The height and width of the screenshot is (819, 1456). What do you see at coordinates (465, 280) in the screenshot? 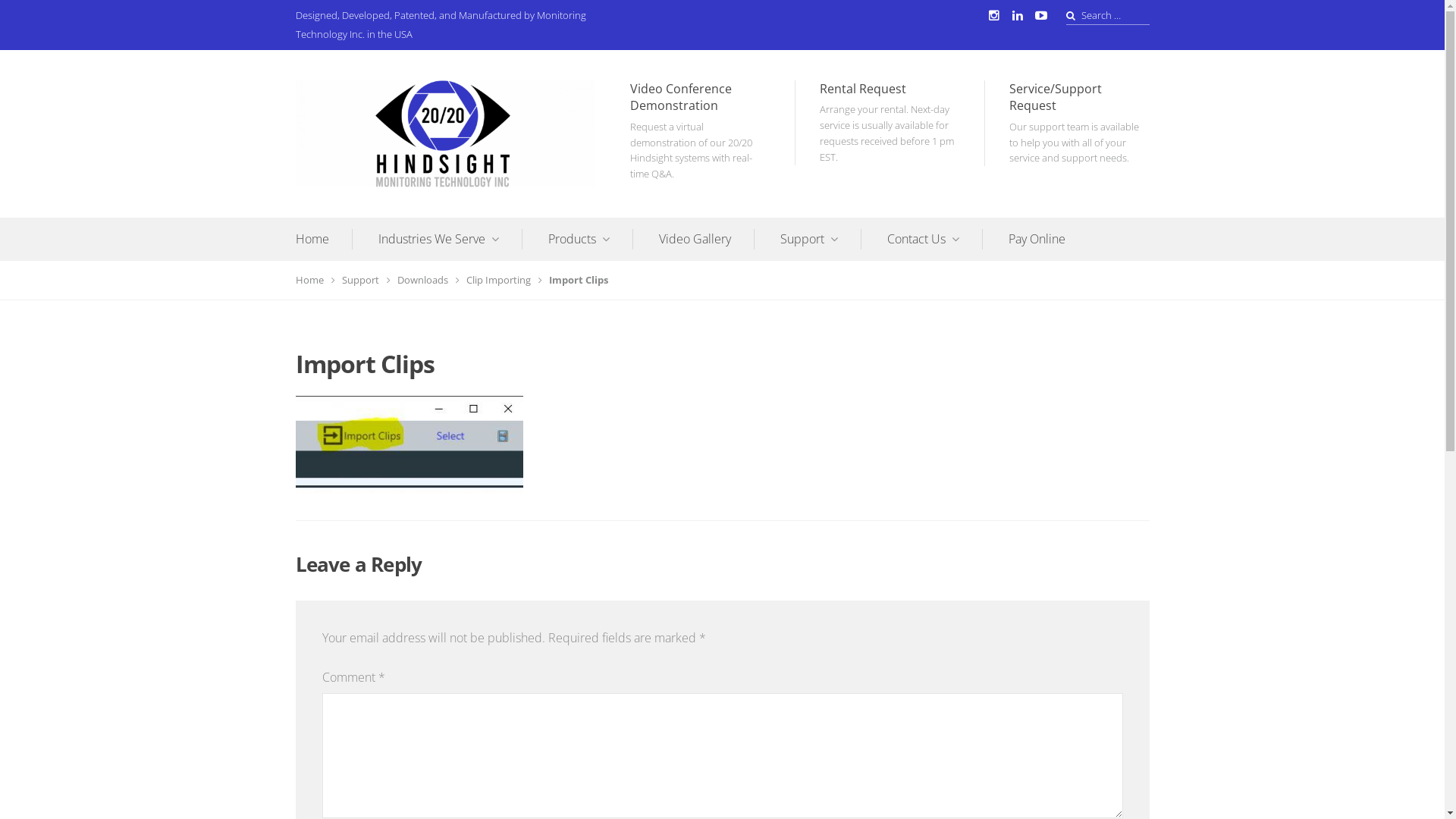
I see `'Clip Importing'` at bounding box center [465, 280].